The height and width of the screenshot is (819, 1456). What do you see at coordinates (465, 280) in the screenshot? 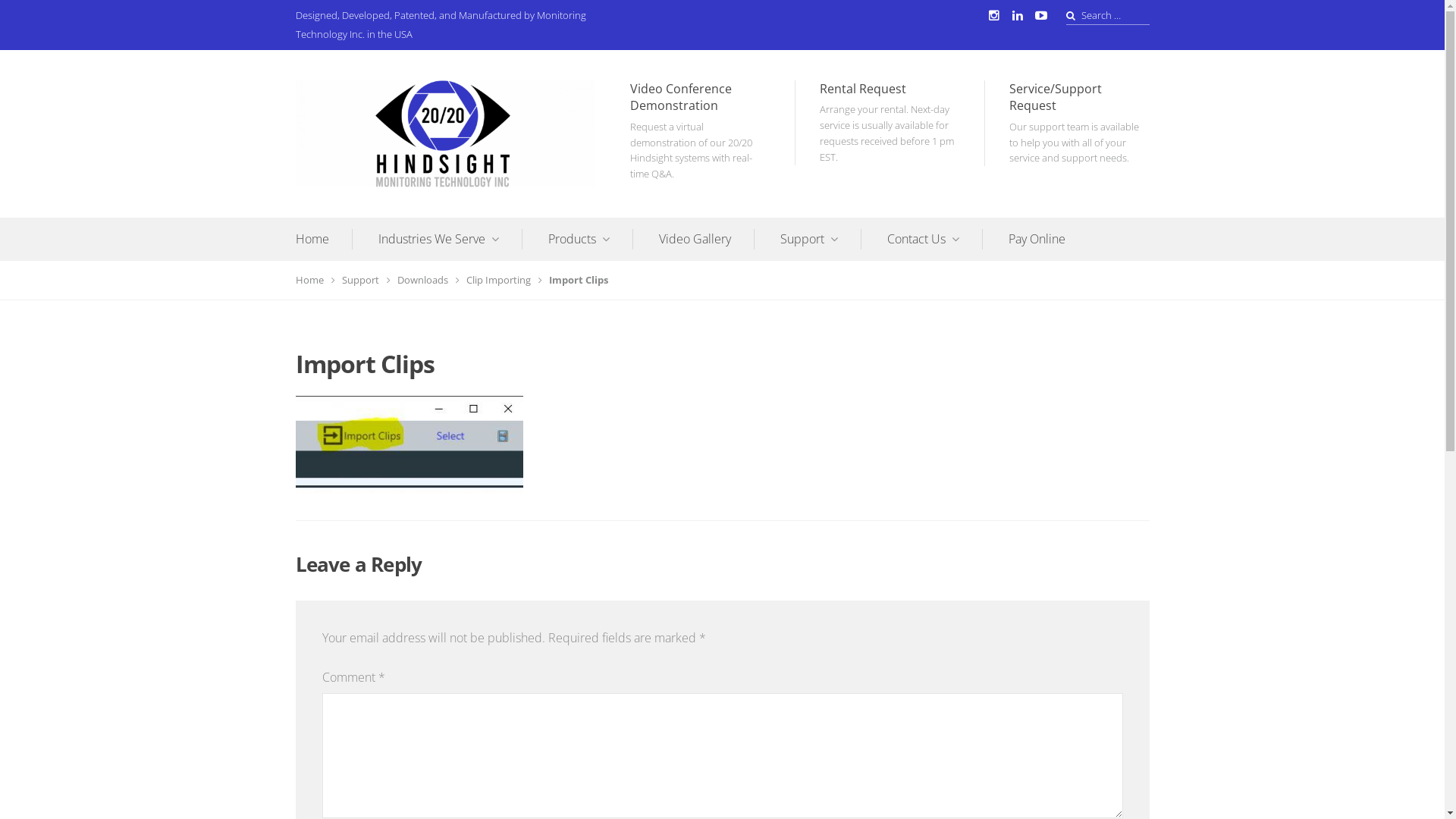
I see `'Clip Importing'` at bounding box center [465, 280].